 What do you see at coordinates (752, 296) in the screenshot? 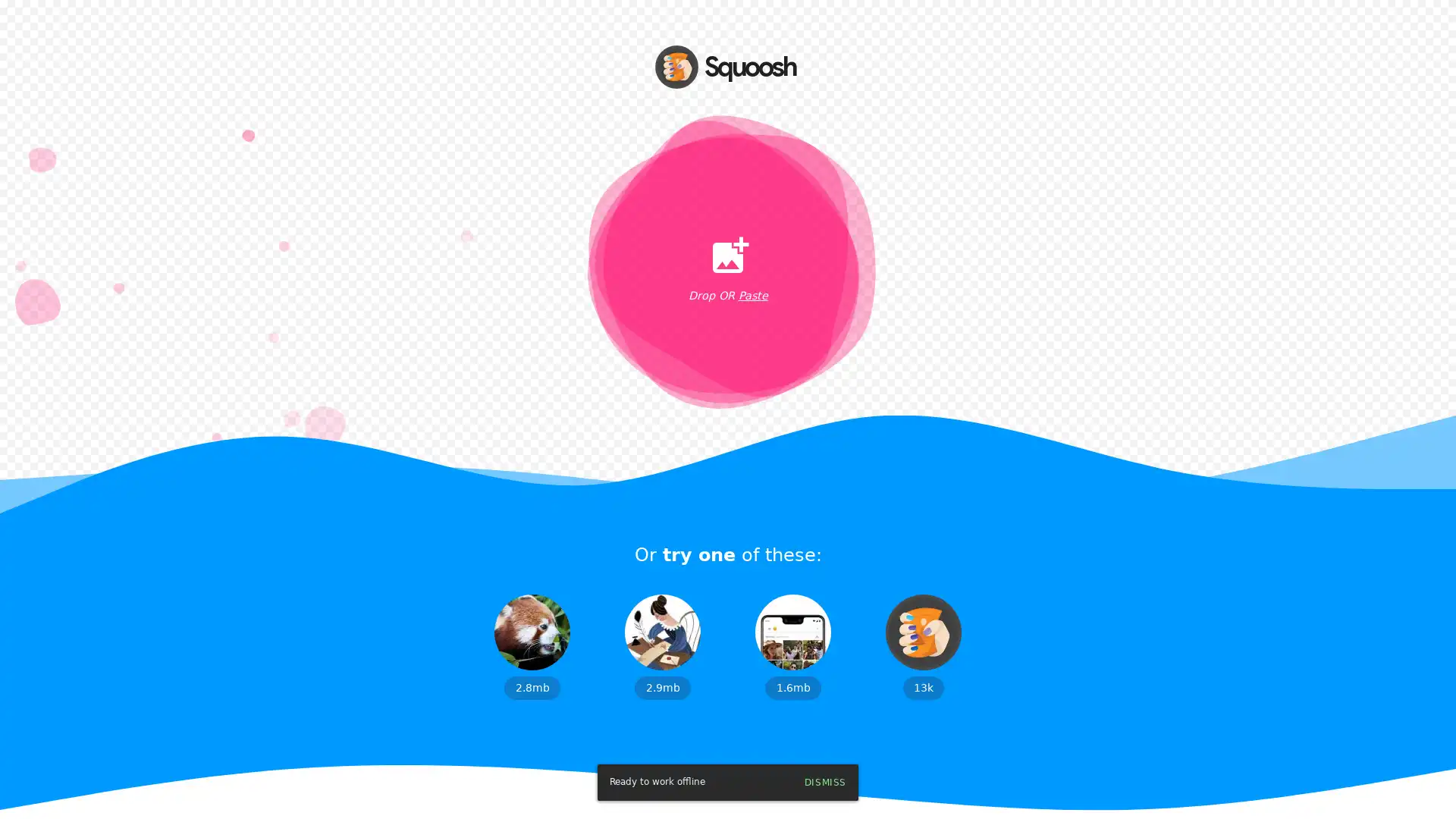
I see `Paste` at bounding box center [752, 296].